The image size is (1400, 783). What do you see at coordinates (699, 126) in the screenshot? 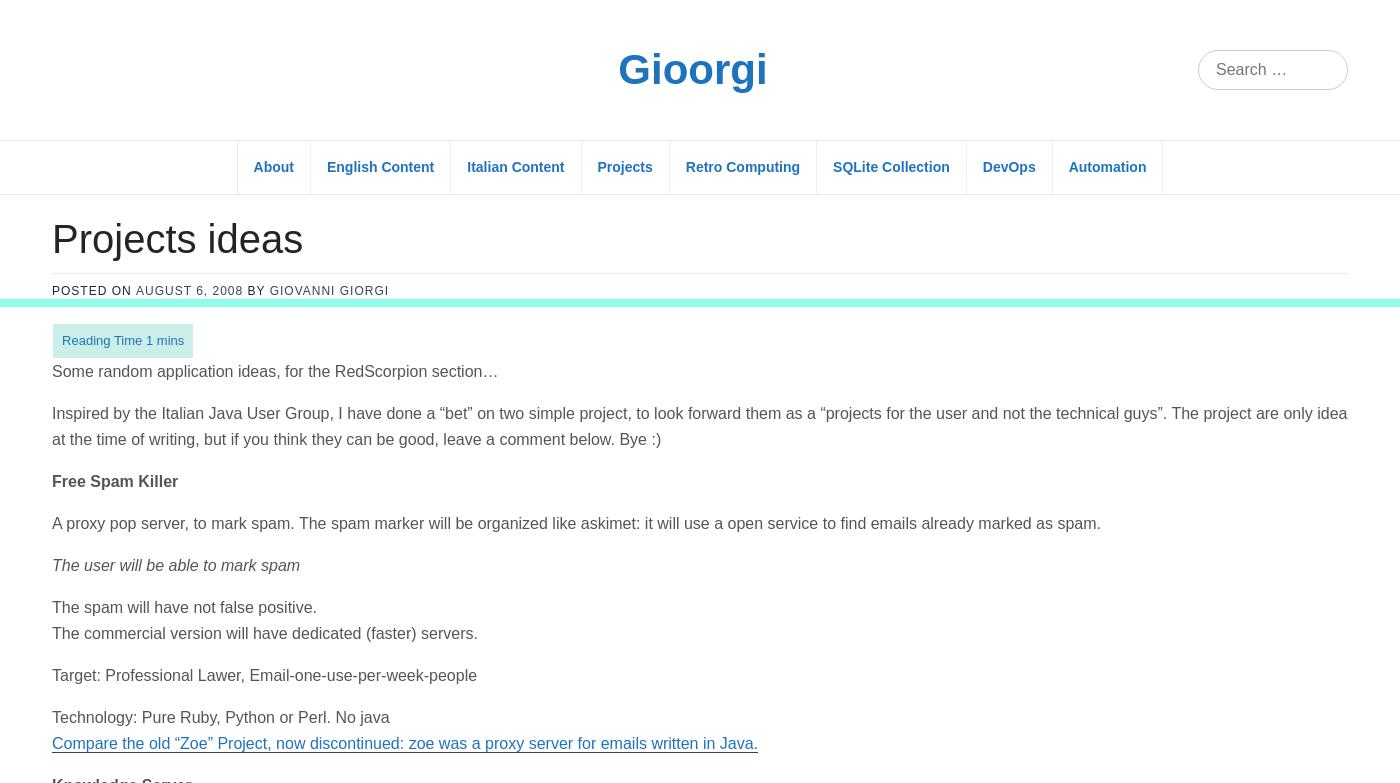
I see `'Inspired by the Italian Java User Group, I have done a “bet” on two simple project, to look forward them as a “projects for the user and not the technical guys”. The project are only idea at the time of writing, but if you think they can be good, leave a comment below. Bye :)'` at bounding box center [699, 126].